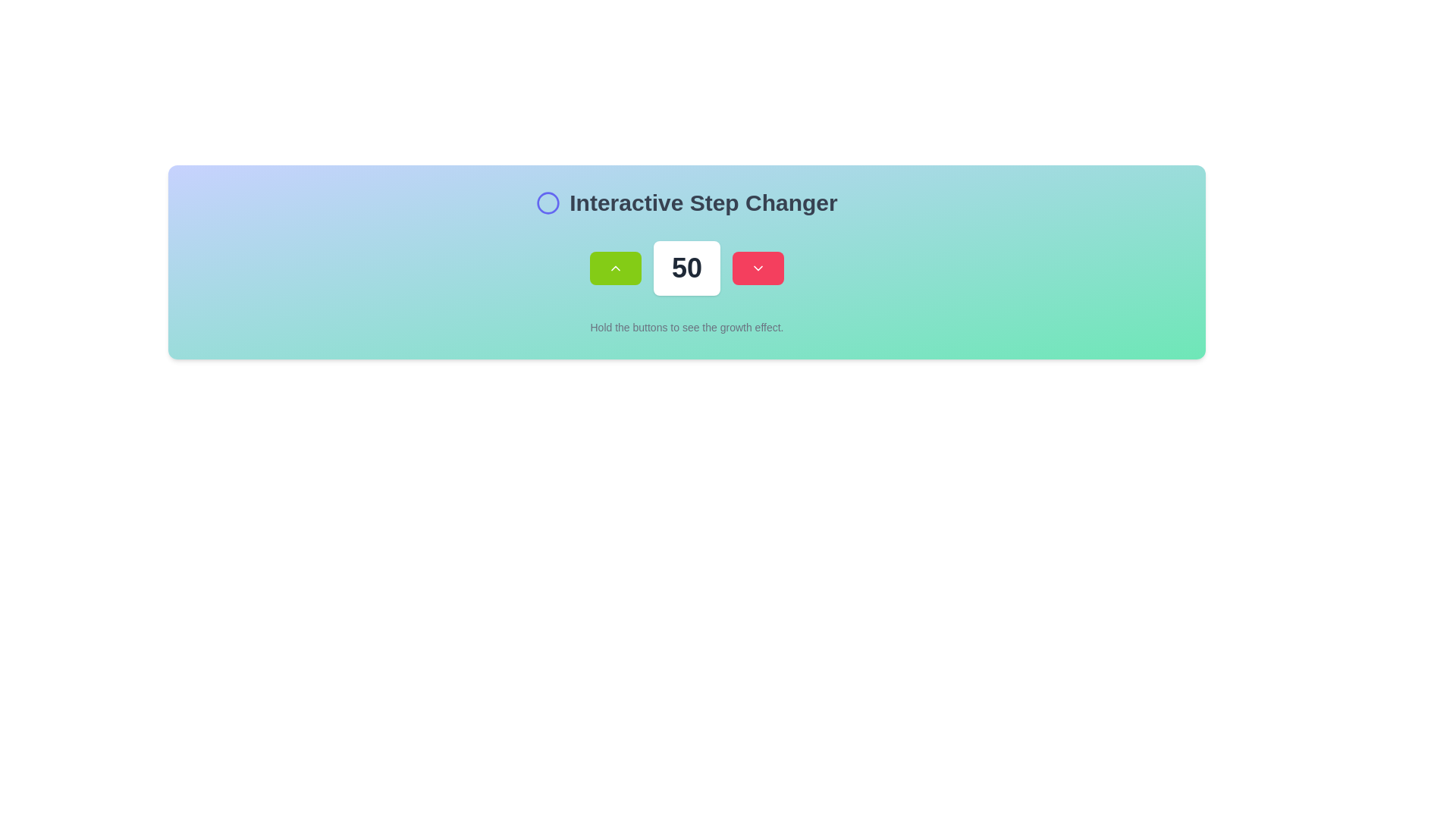  Describe the element at coordinates (686, 327) in the screenshot. I see `the static text label that provides guidance for the interactive buttons above, located at the bottom center beneath the numeric display` at that location.